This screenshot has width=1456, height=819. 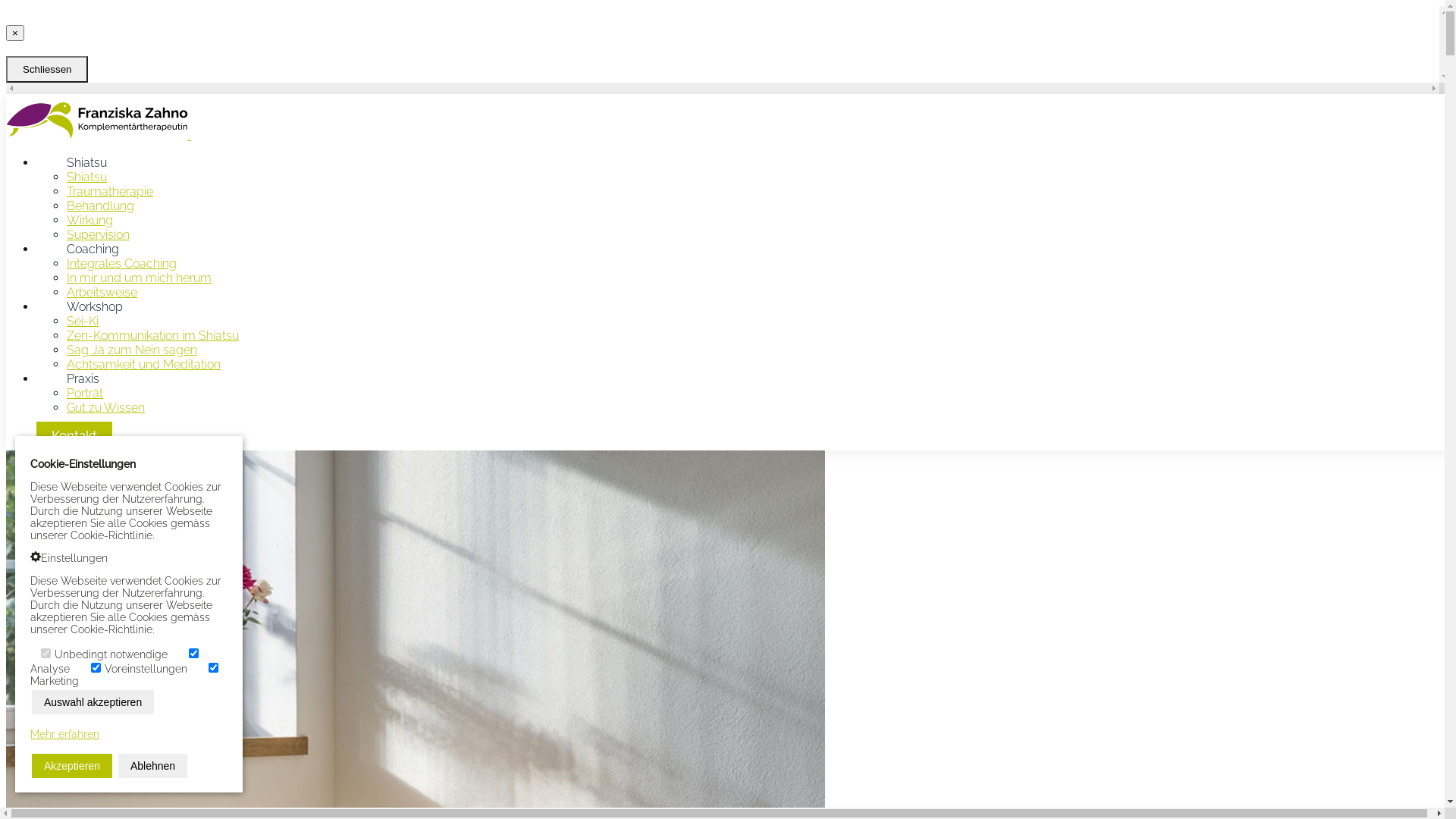 What do you see at coordinates (64, 733) in the screenshot?
I see `'Mehr erfahren'` at bounding box center [64, 733].